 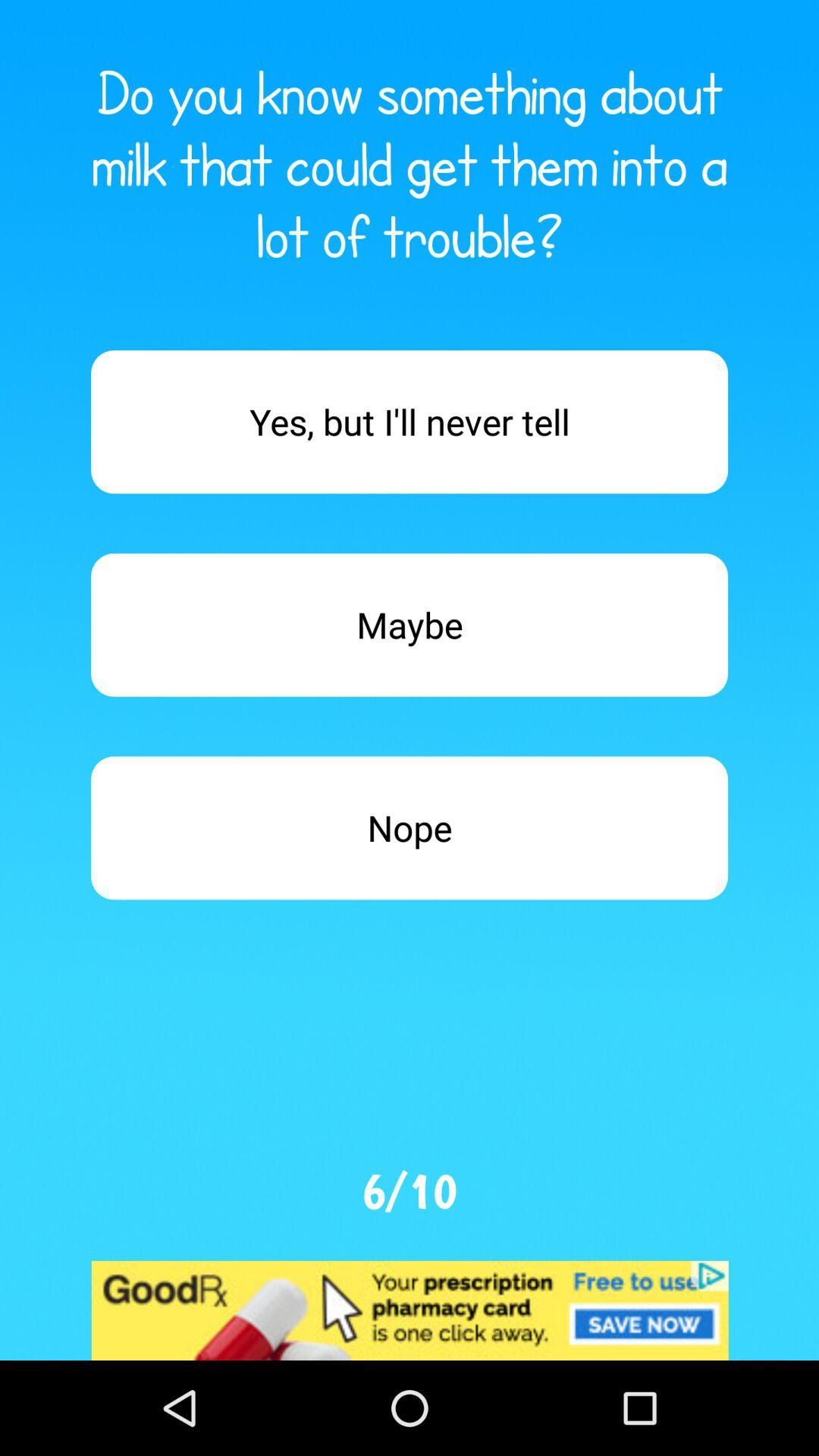 What do you see at coordinates (409, 422) in the screenshot?
I see `option` at bounding box center [409, 422].